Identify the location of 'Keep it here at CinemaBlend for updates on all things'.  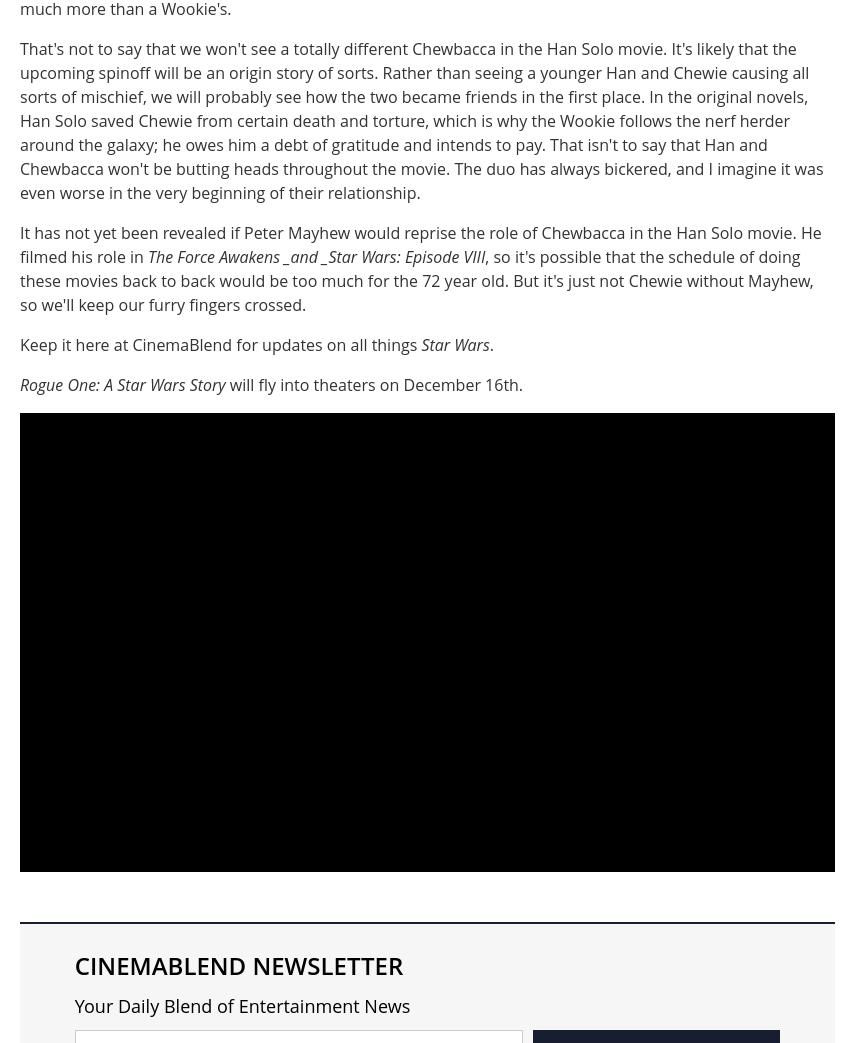
(220, 344).